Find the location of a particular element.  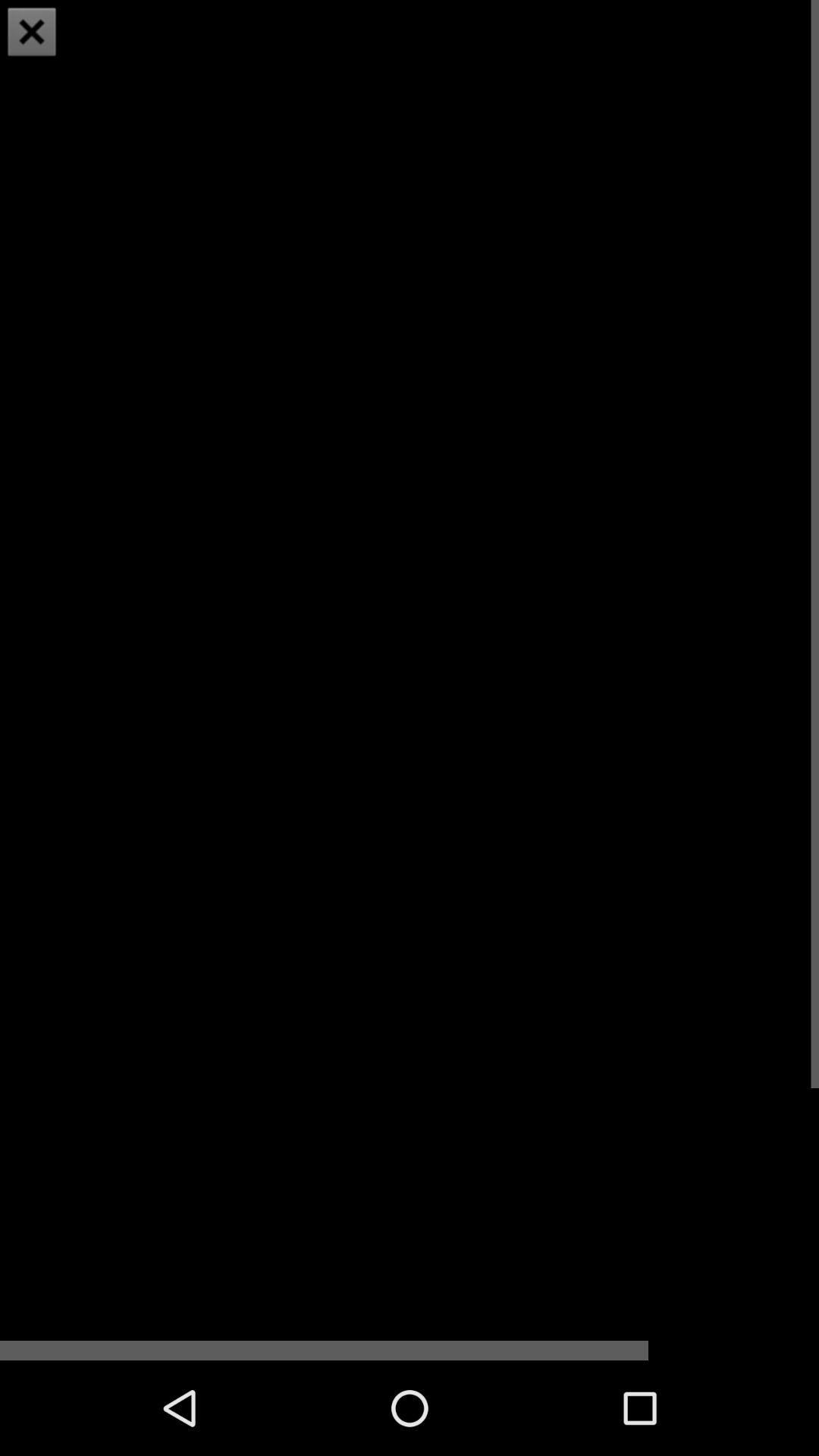

item at the center is located at coordinates (409, 679).